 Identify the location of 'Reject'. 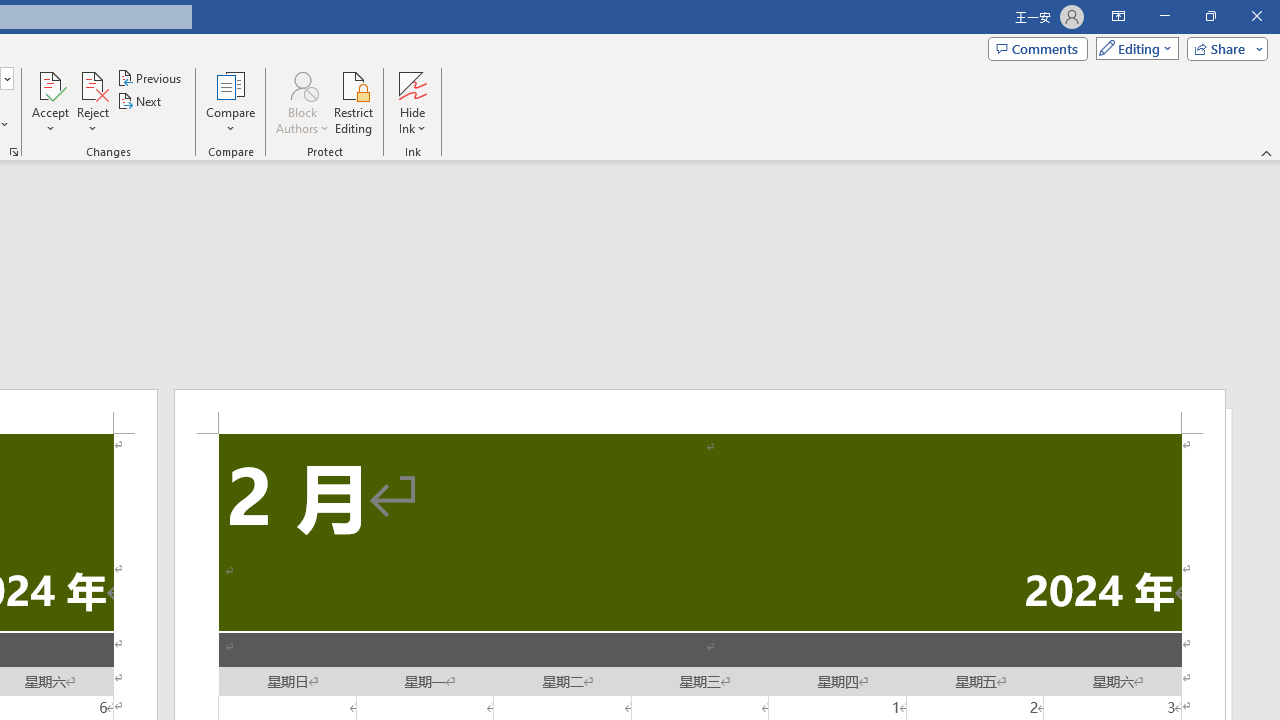
(91, 103).